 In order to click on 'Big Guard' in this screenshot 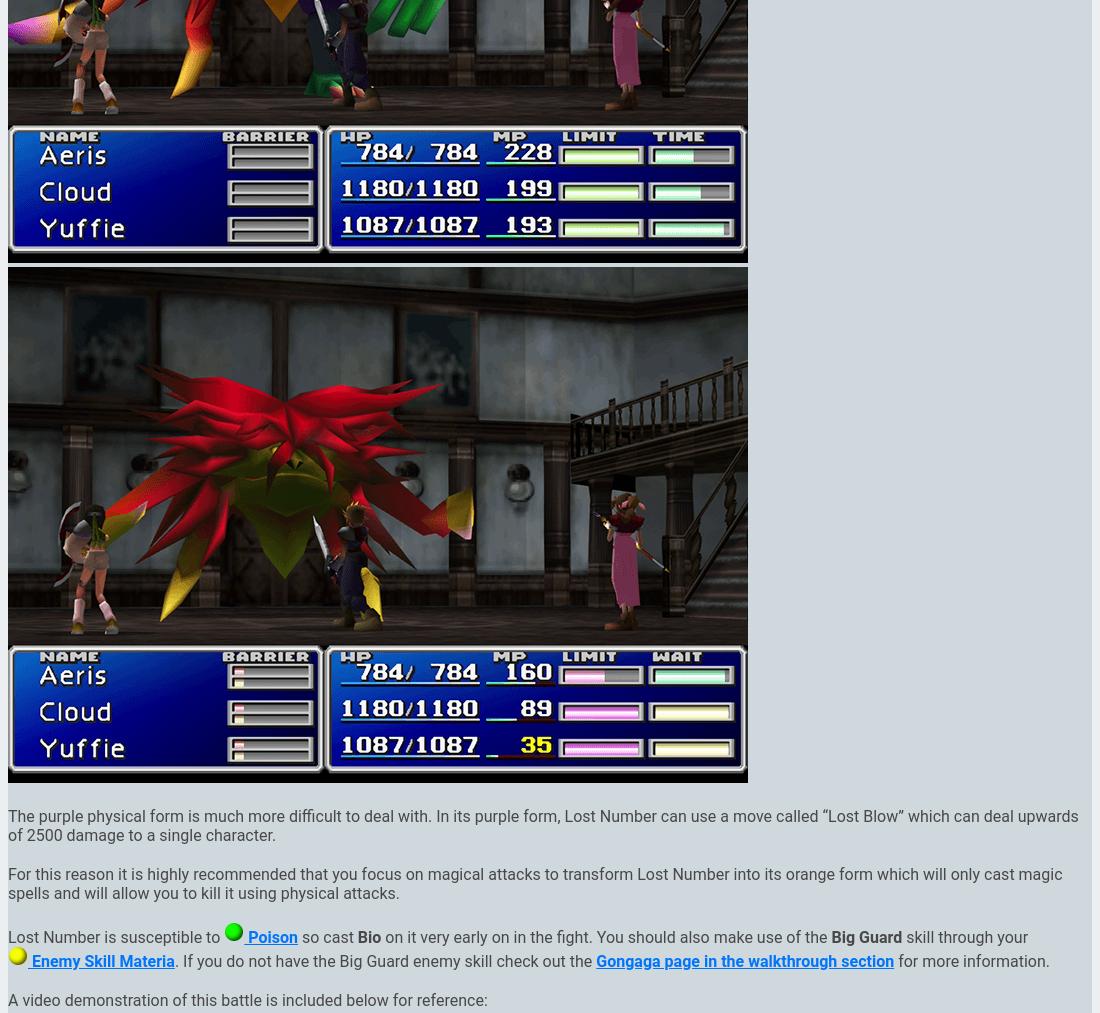, I will do `click(865, 936)`.